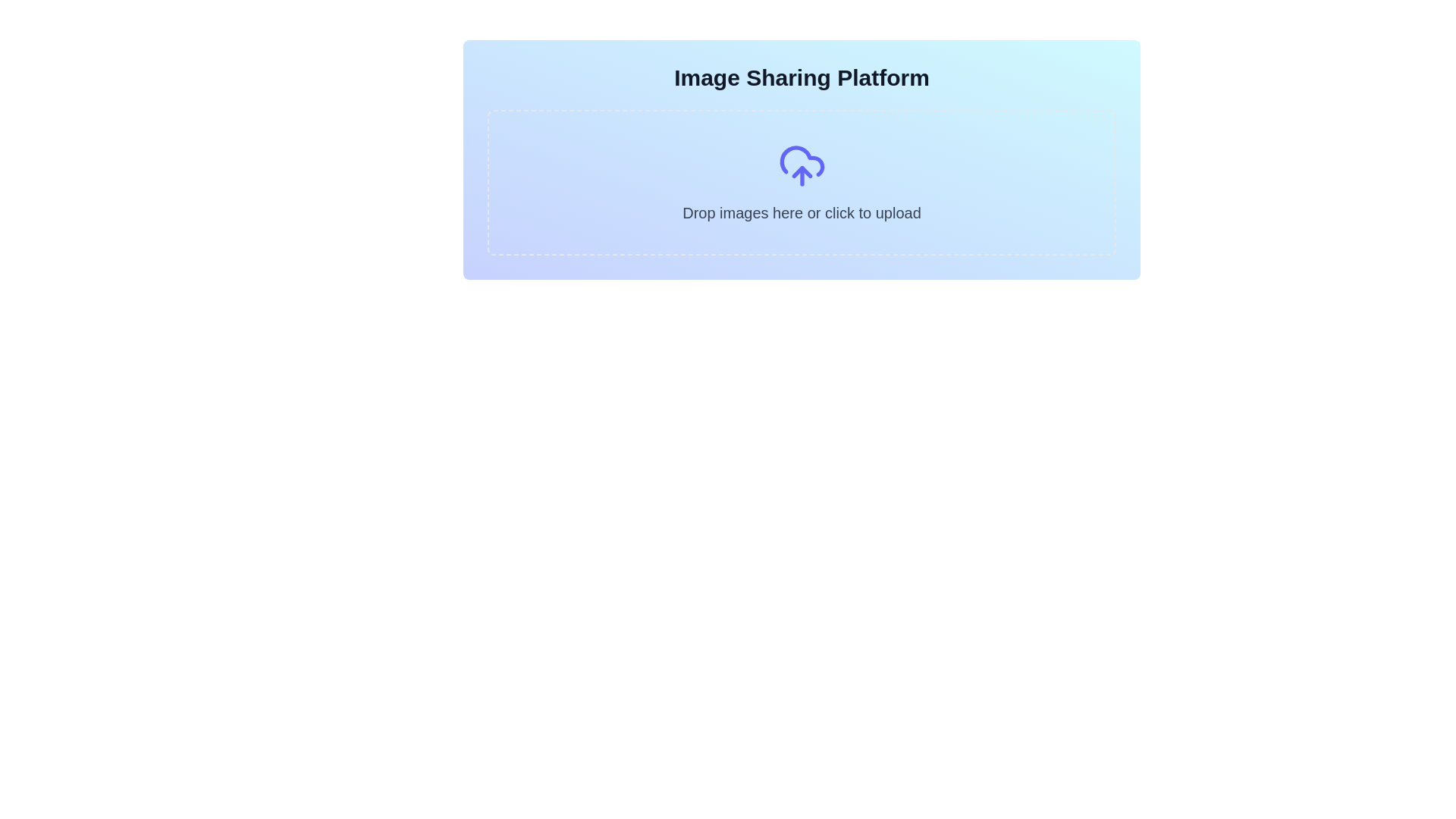 Image resolution: width=1456 pixels, height=819 pixels. Describe the element at coordinates (801, 213) in the screenshot. I see `the instructional text label that reads 'Drop images here or click to upload', which is styled with a large font size and light gray color, located beneath an upload cloud icon in the center of the application interface` at that location.